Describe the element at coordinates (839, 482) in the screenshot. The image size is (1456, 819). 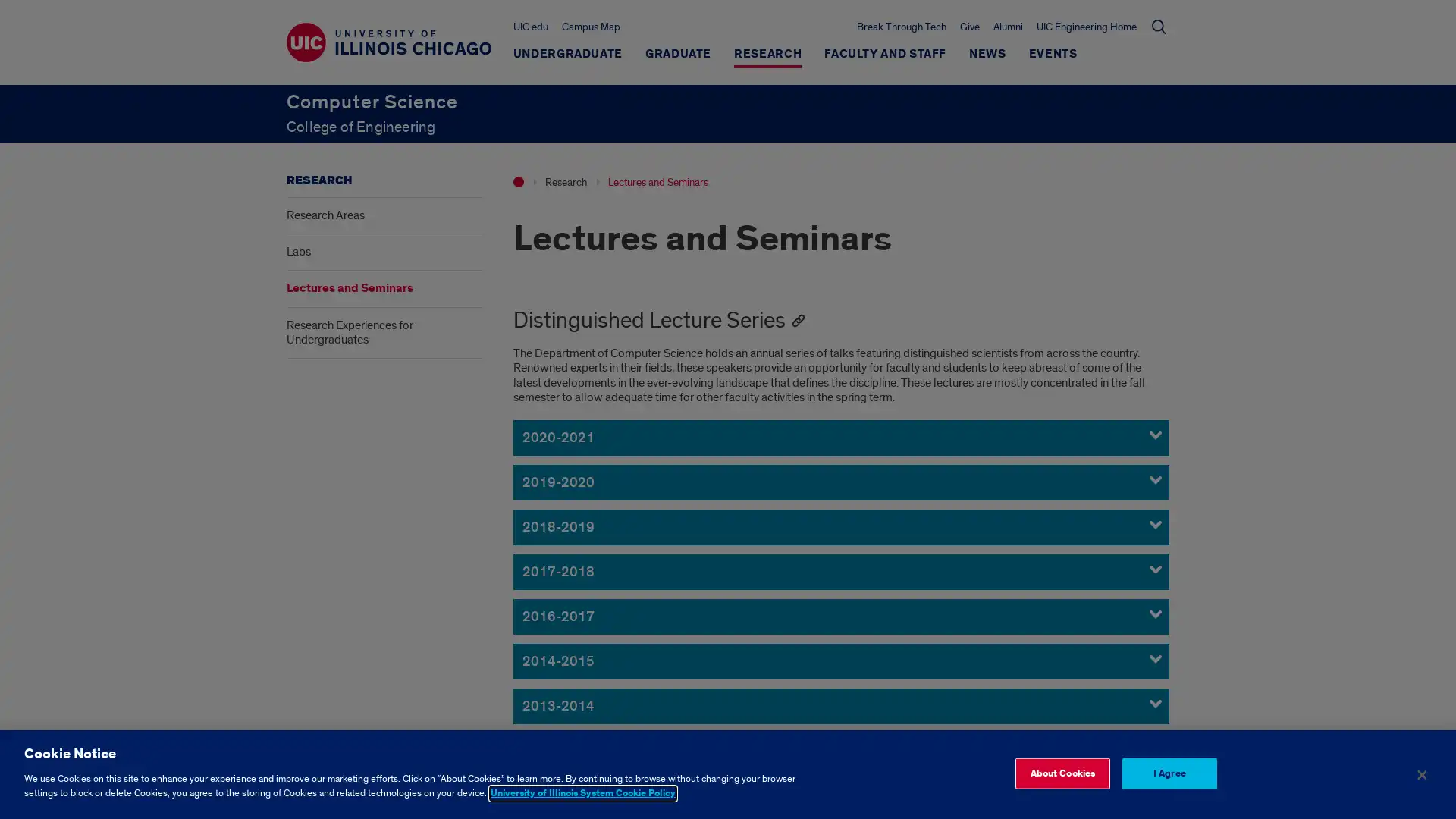
I see `2019-2020` at that location.